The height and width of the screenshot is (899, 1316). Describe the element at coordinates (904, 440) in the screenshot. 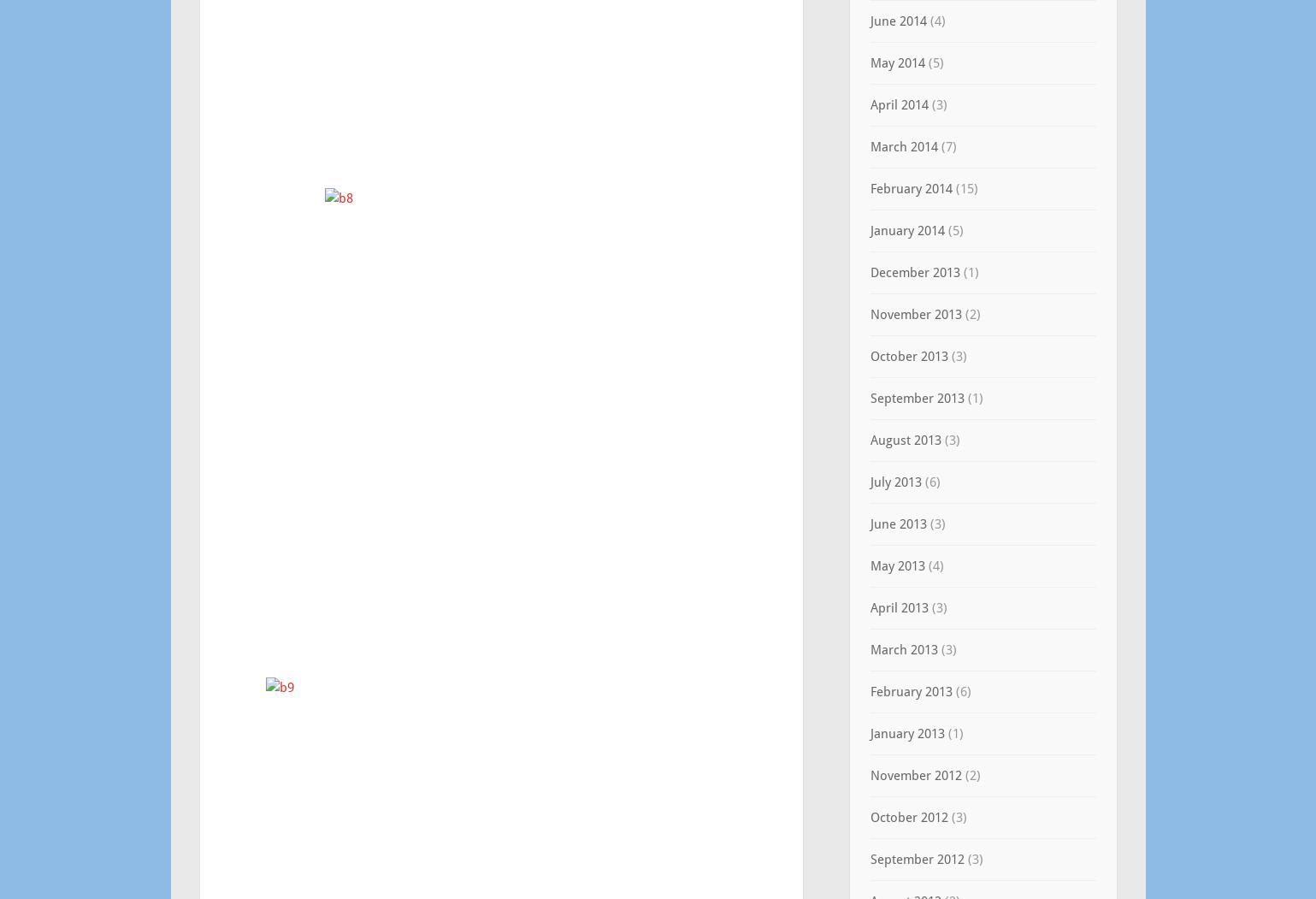

I see `'August 2013'` at that location.